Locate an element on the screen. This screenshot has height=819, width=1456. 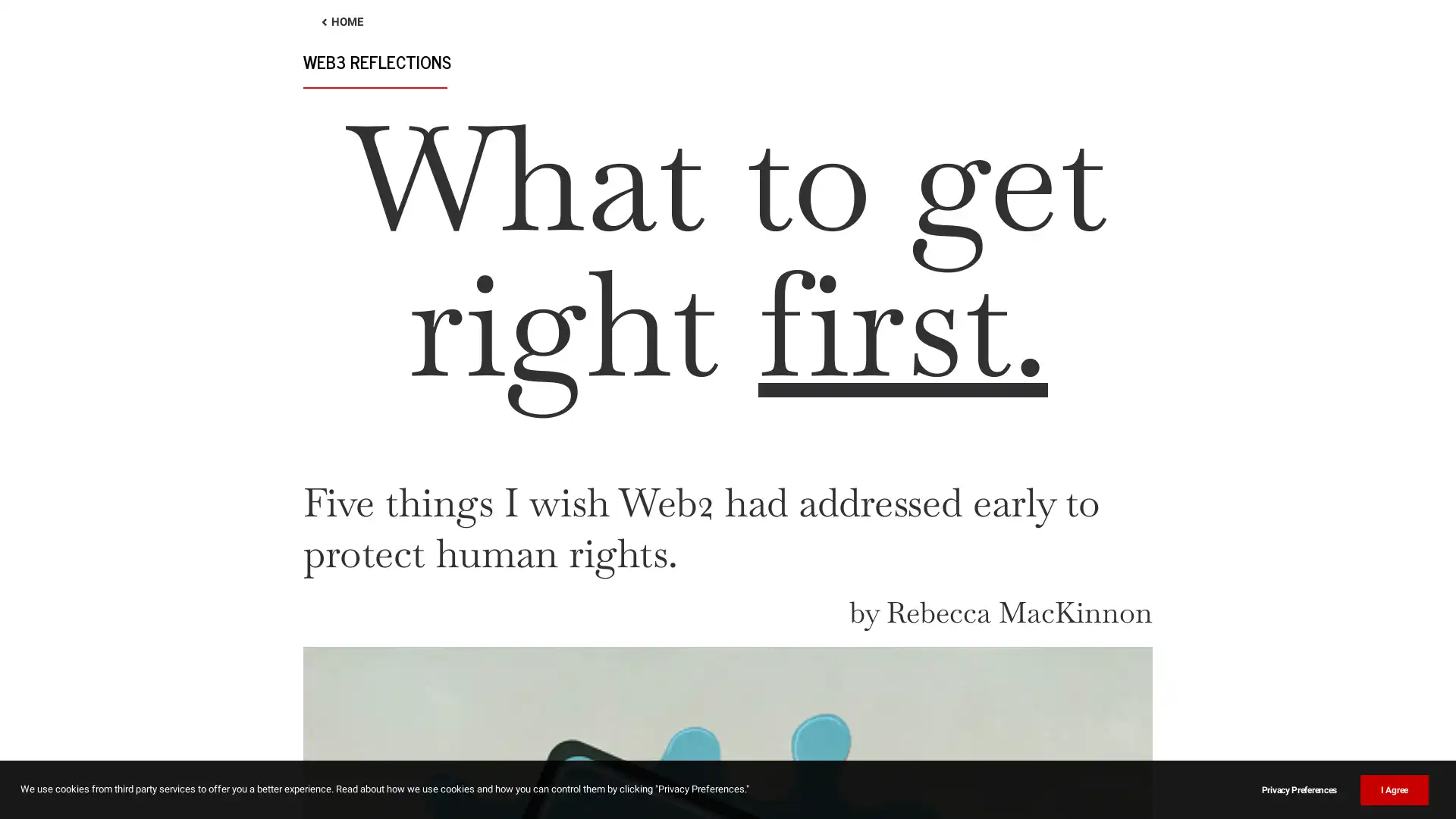
Privacy Preferences is located at coordinates (1308, 789).